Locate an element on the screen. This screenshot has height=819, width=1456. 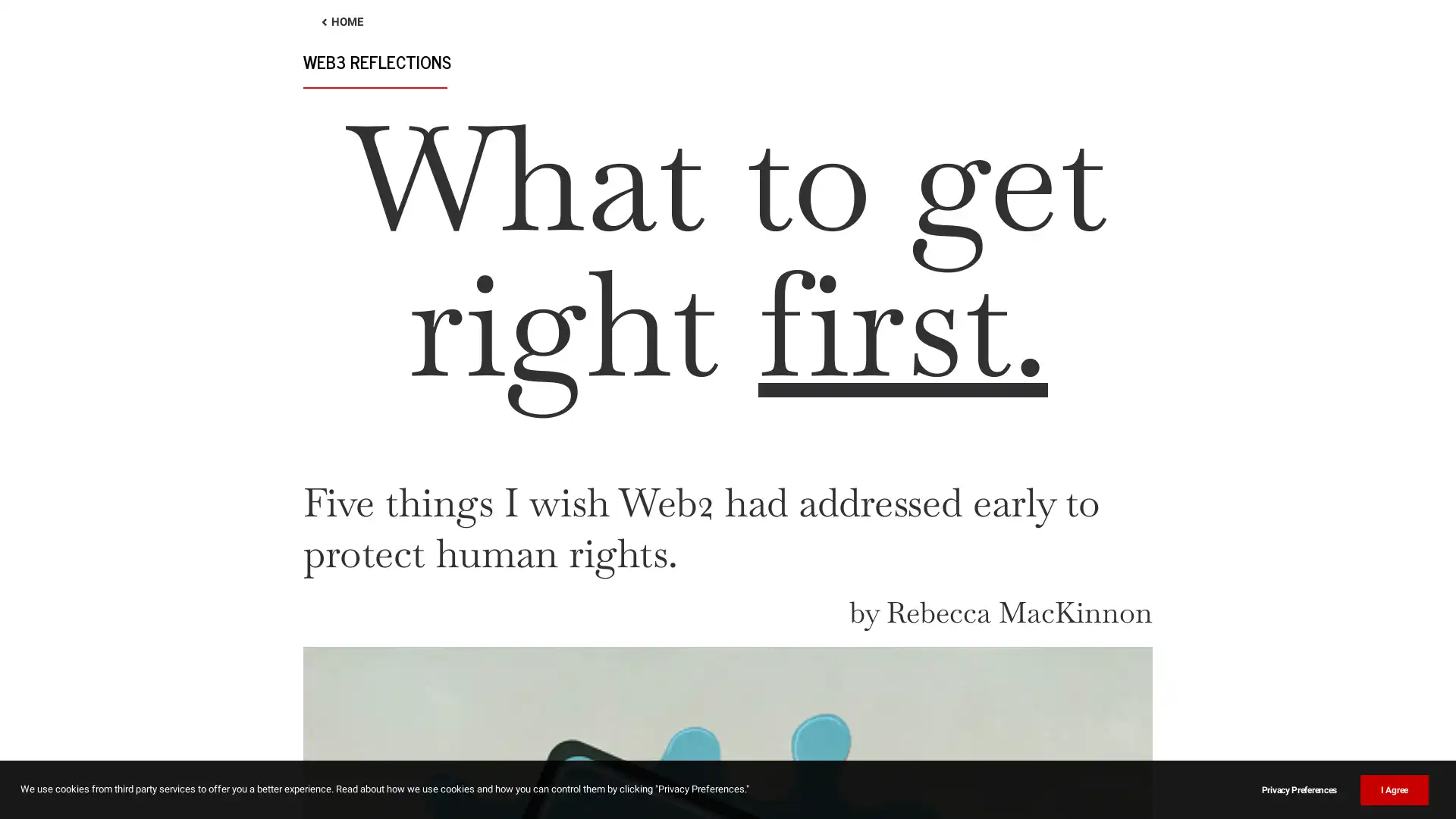
Privacy Preferences is located at coordinates (1308, 789).